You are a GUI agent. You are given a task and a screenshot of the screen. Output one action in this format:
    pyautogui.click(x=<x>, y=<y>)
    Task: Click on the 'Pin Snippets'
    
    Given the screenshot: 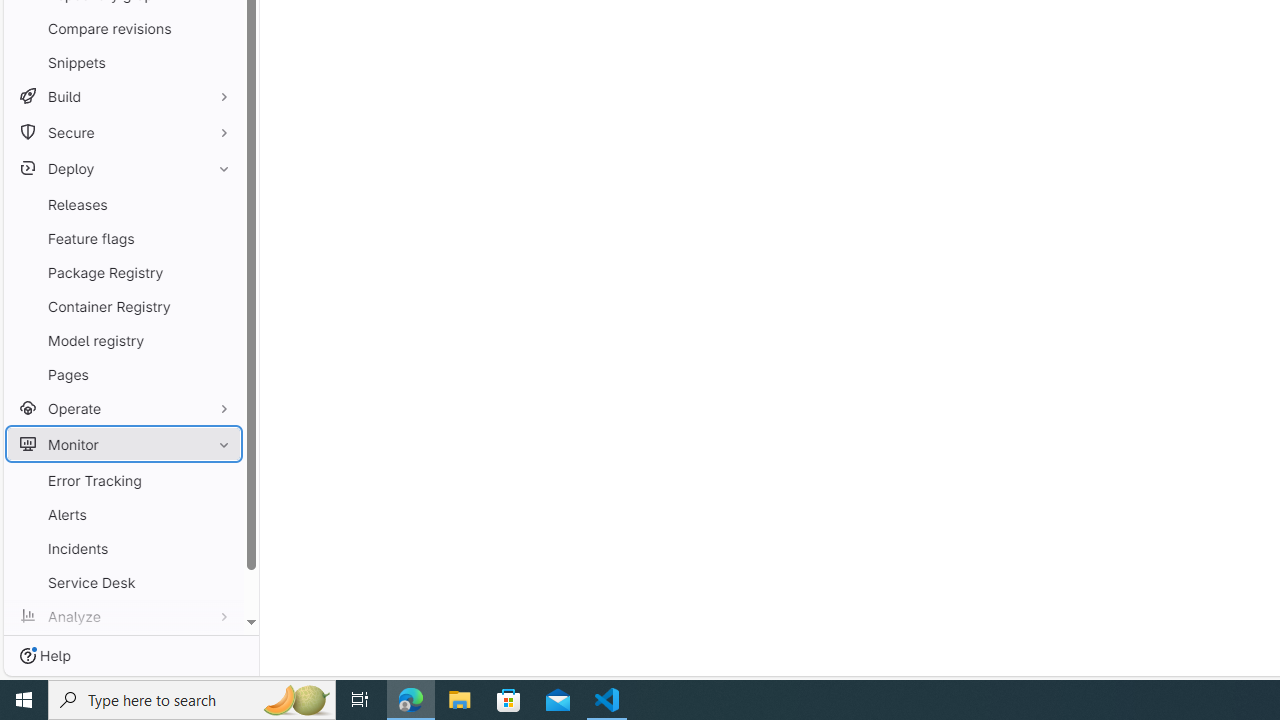 What is the action you would take?
    pyautogui.click(x=219, y=61)
    